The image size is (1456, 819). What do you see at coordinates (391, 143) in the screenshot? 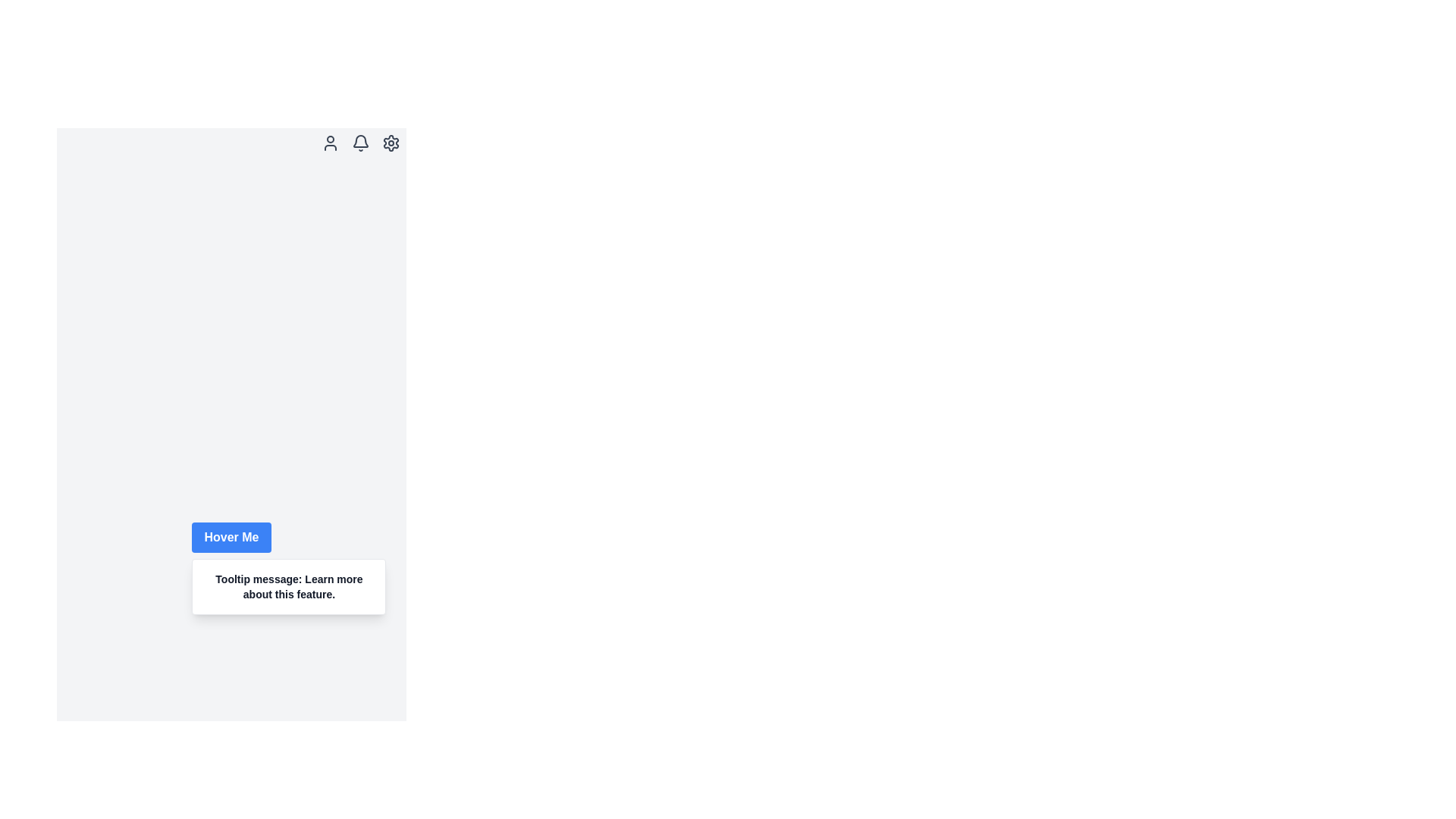
I see `the gear icon located in the top-right corner of the interface` at bounding box center [391, 143].